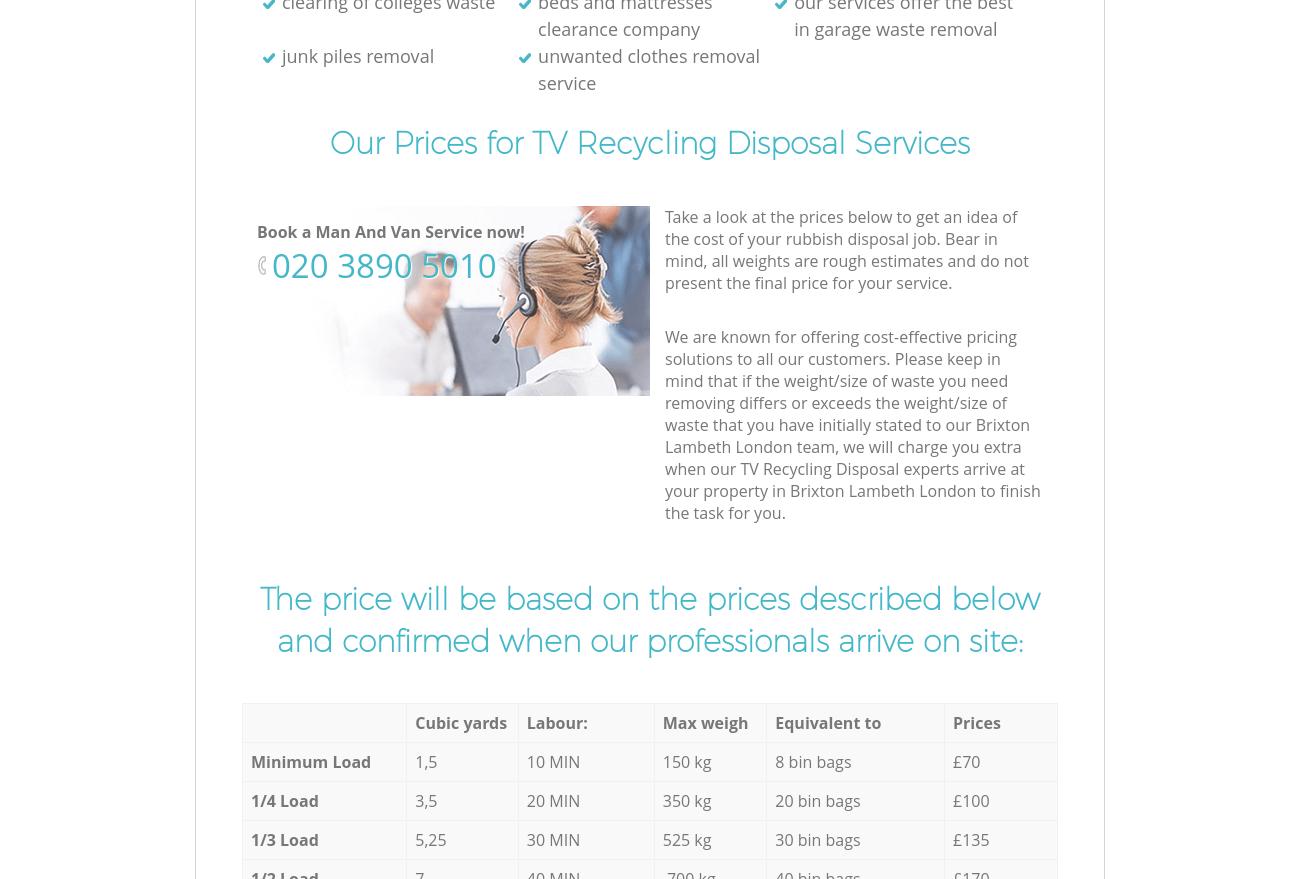 The width and height of the screenshot is (1300, 879). Describe the element at coordinates (813, 762) in the screenshot. I see `'8 bin bags'` at that location.